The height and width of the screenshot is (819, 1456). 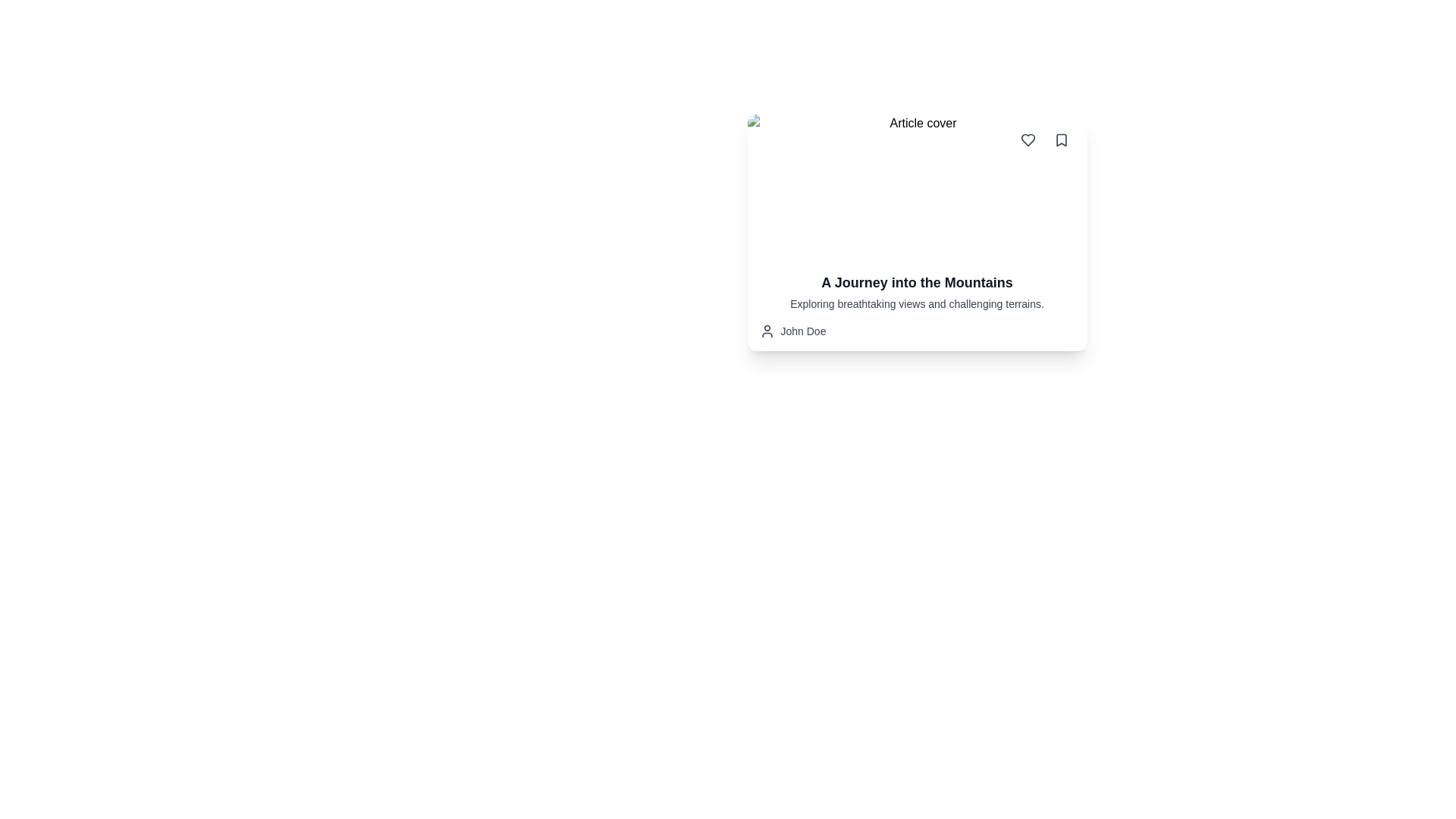 What do you see at coordinates (1028, 140) in the screenshot?
I see `the heart-shaped SVG icon at the top right of the interactive panel to express preference for the article 'A Journey into the Mountains'` at bounding box center [1028, 140].